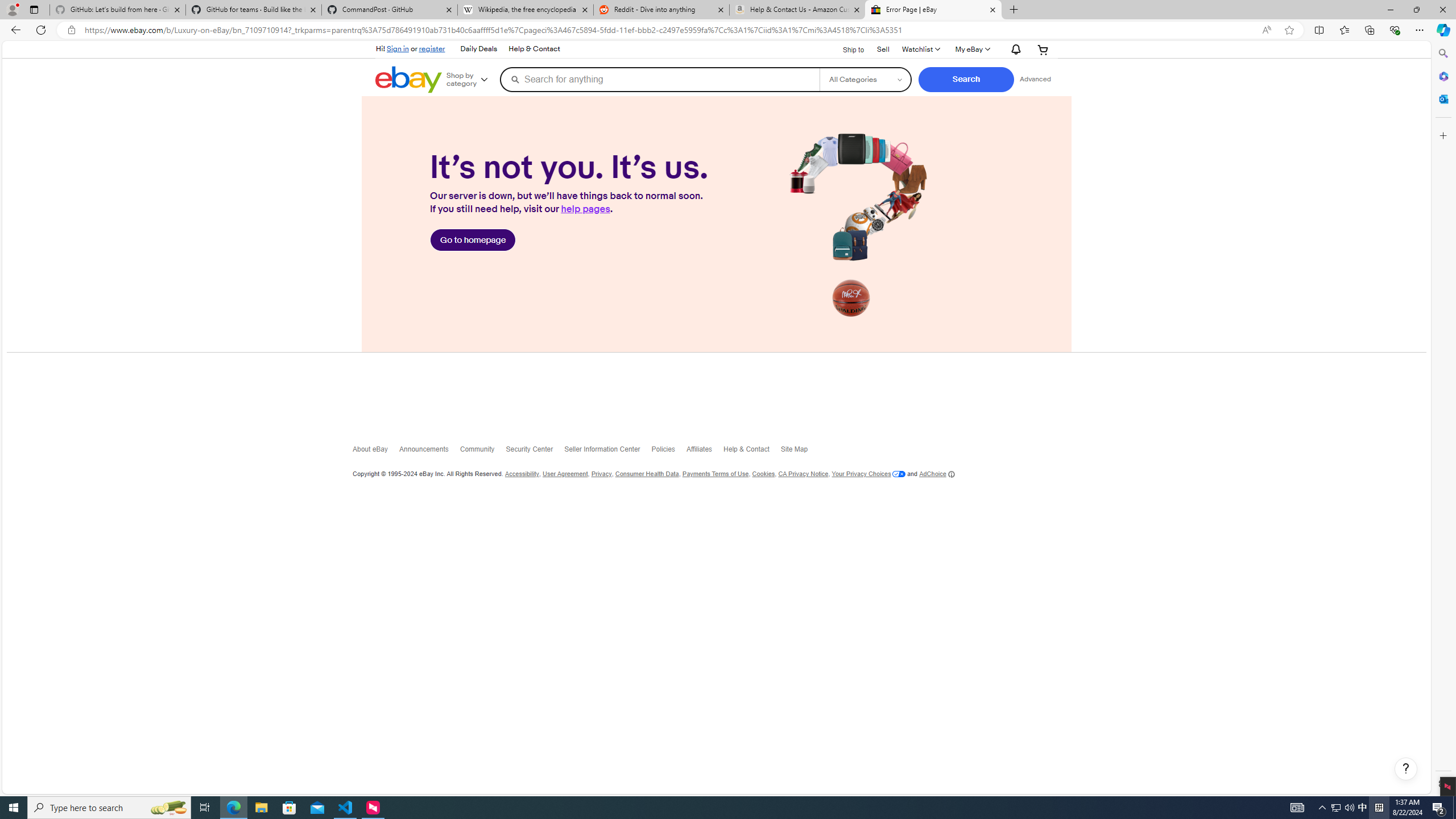 This screenshot has width=1456, height=819. What do you see at coordinates (800, 451) in the screenshot?
I see `'Site Map'` at bounding box center [800, 451].